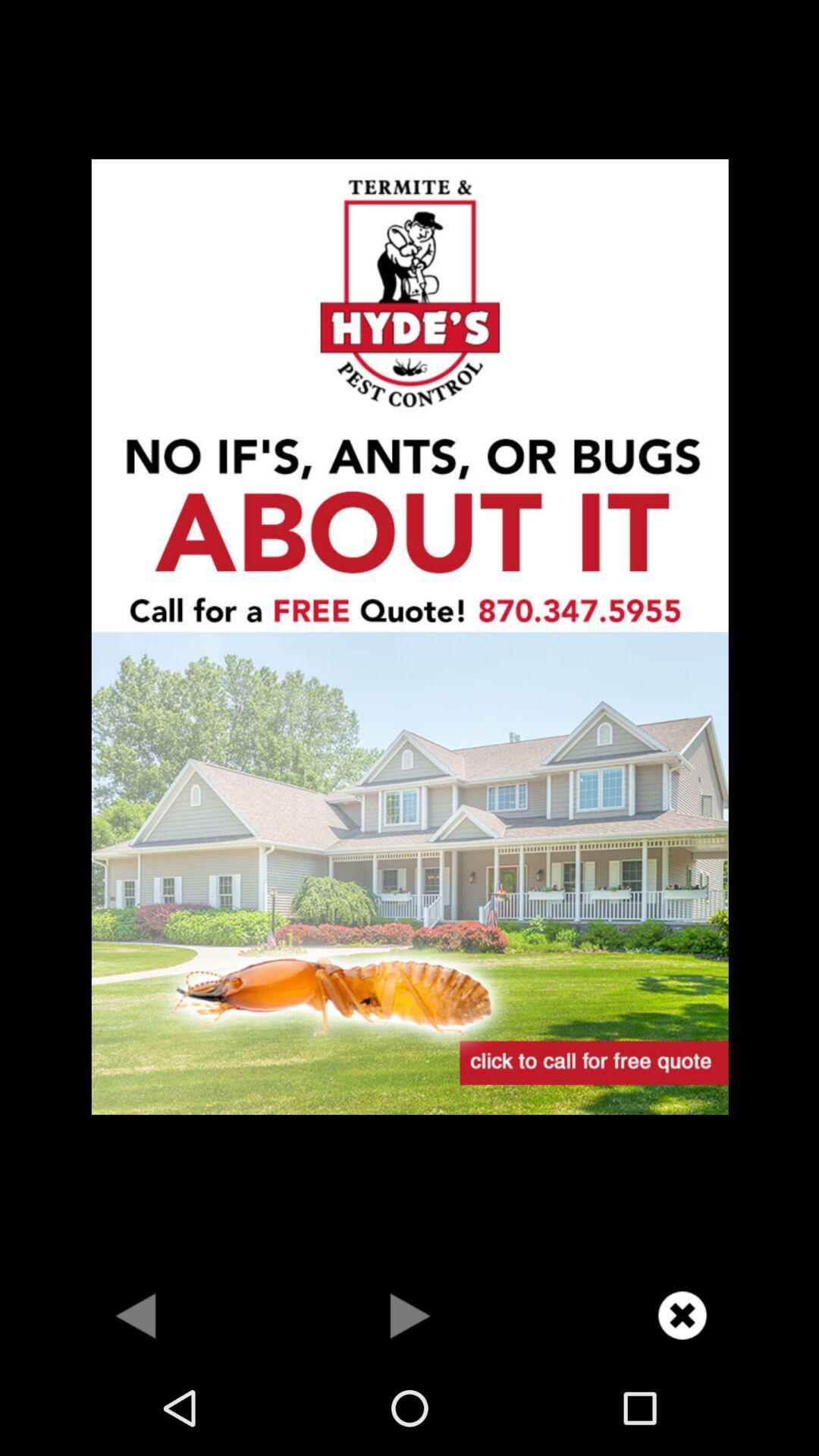 The image size is (819, 1456). I want to click on the video, so click(409, 1314).